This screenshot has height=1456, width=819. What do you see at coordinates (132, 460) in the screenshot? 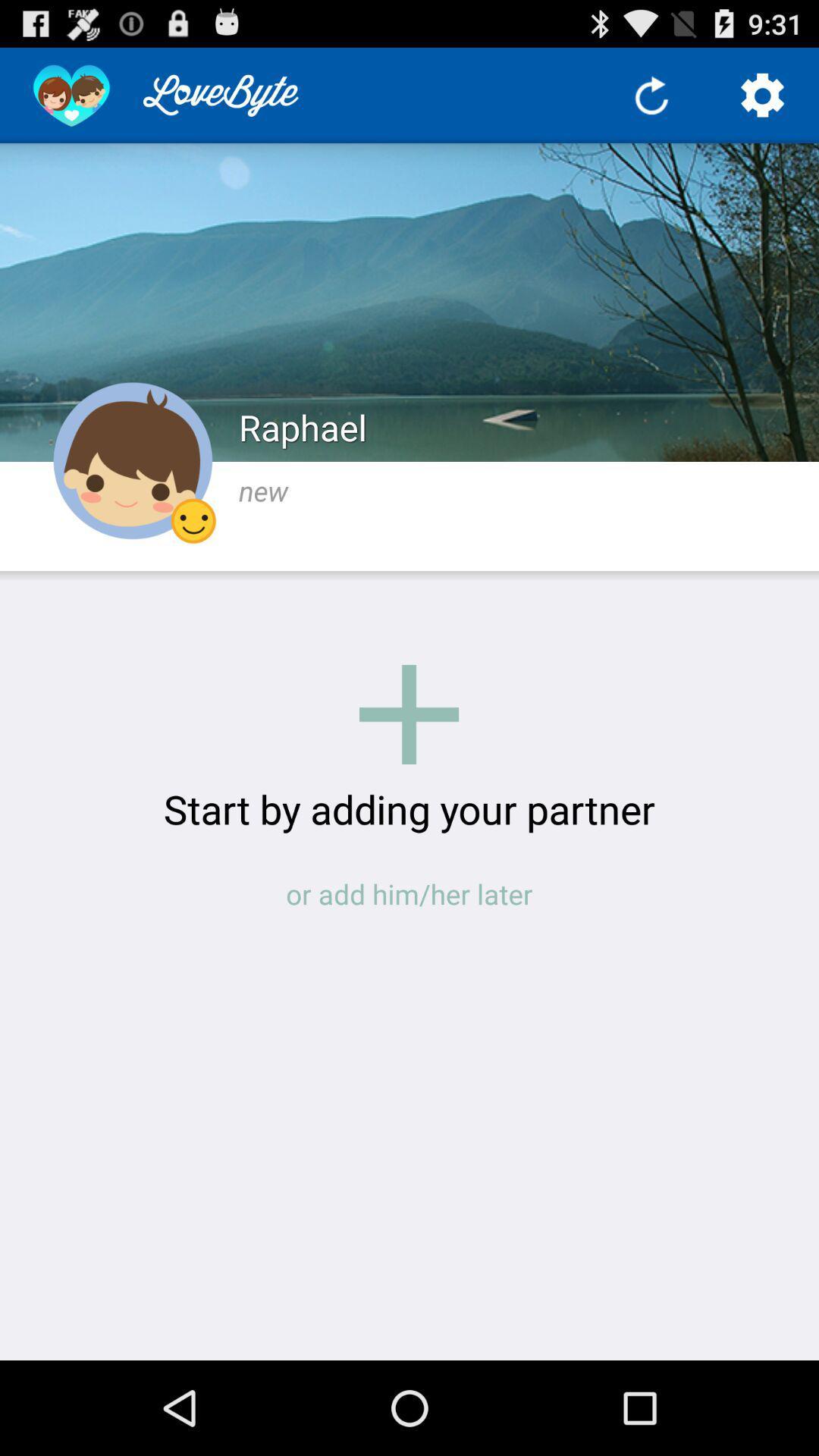
I see `profile option` at bounding box center [132, 460].